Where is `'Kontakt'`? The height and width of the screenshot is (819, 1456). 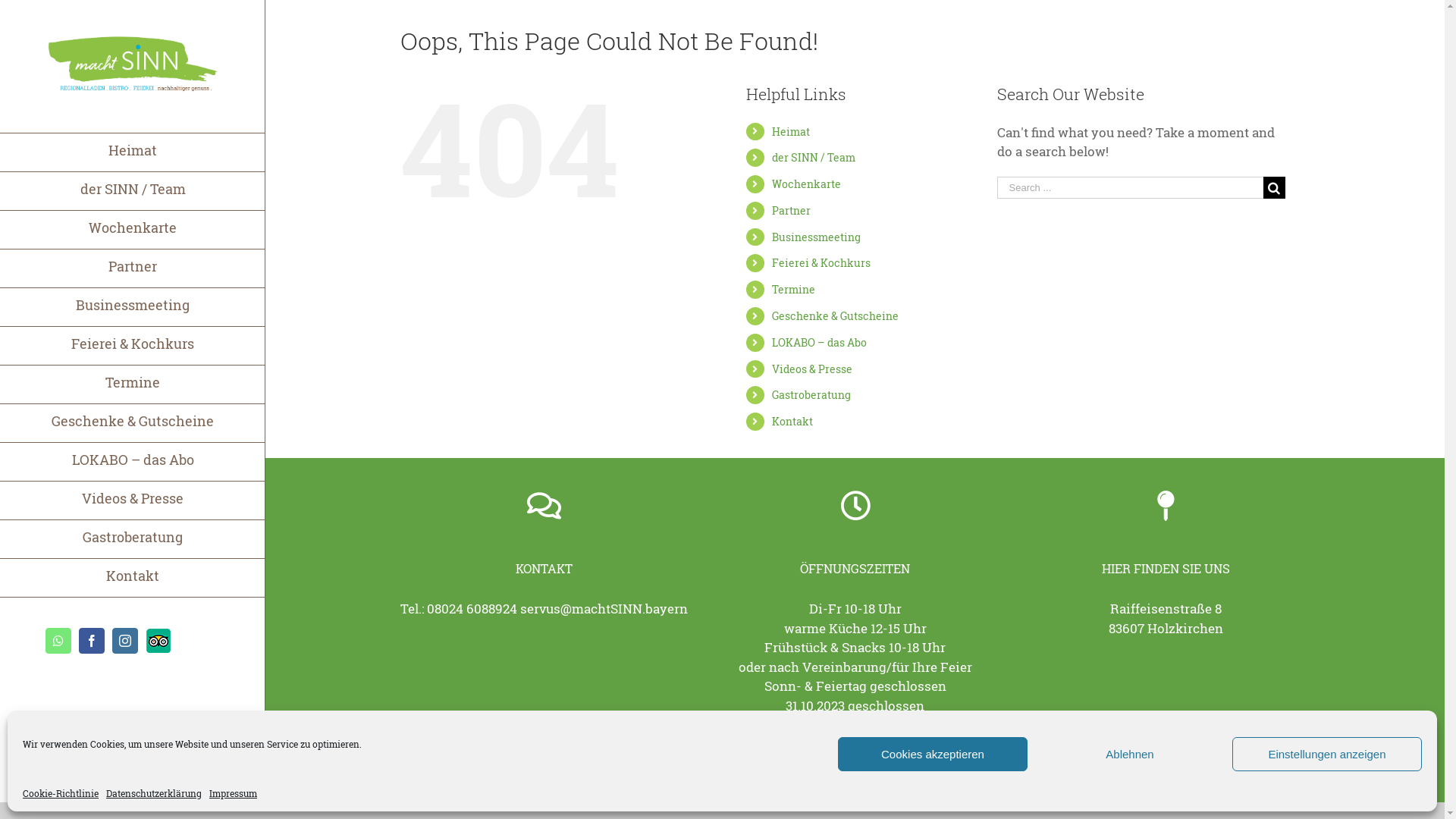
'Kontakt' is located at coordinates (771, 421).